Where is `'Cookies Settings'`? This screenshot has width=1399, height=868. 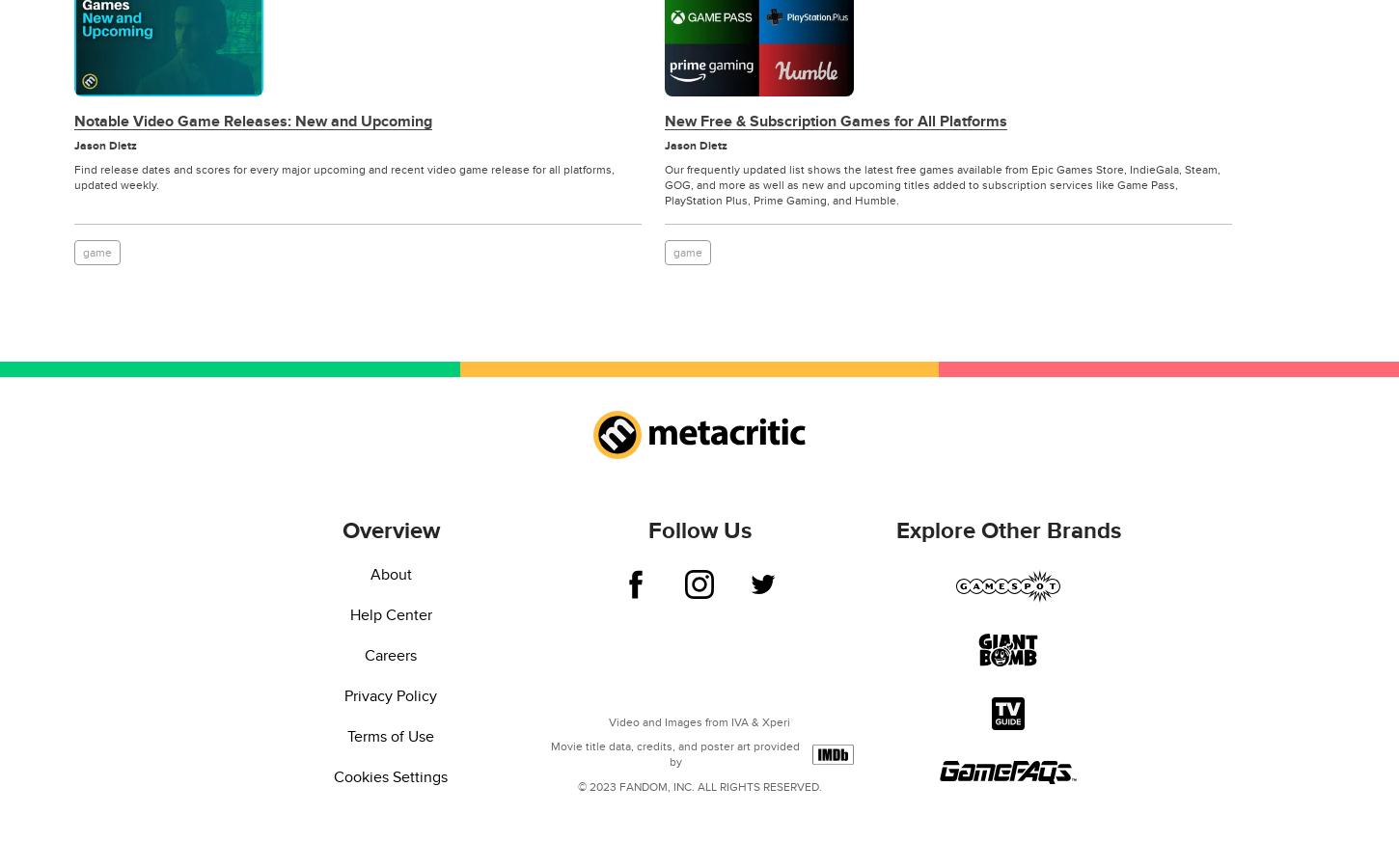
'Cookies Settings' is located at coordinates (333, 777).